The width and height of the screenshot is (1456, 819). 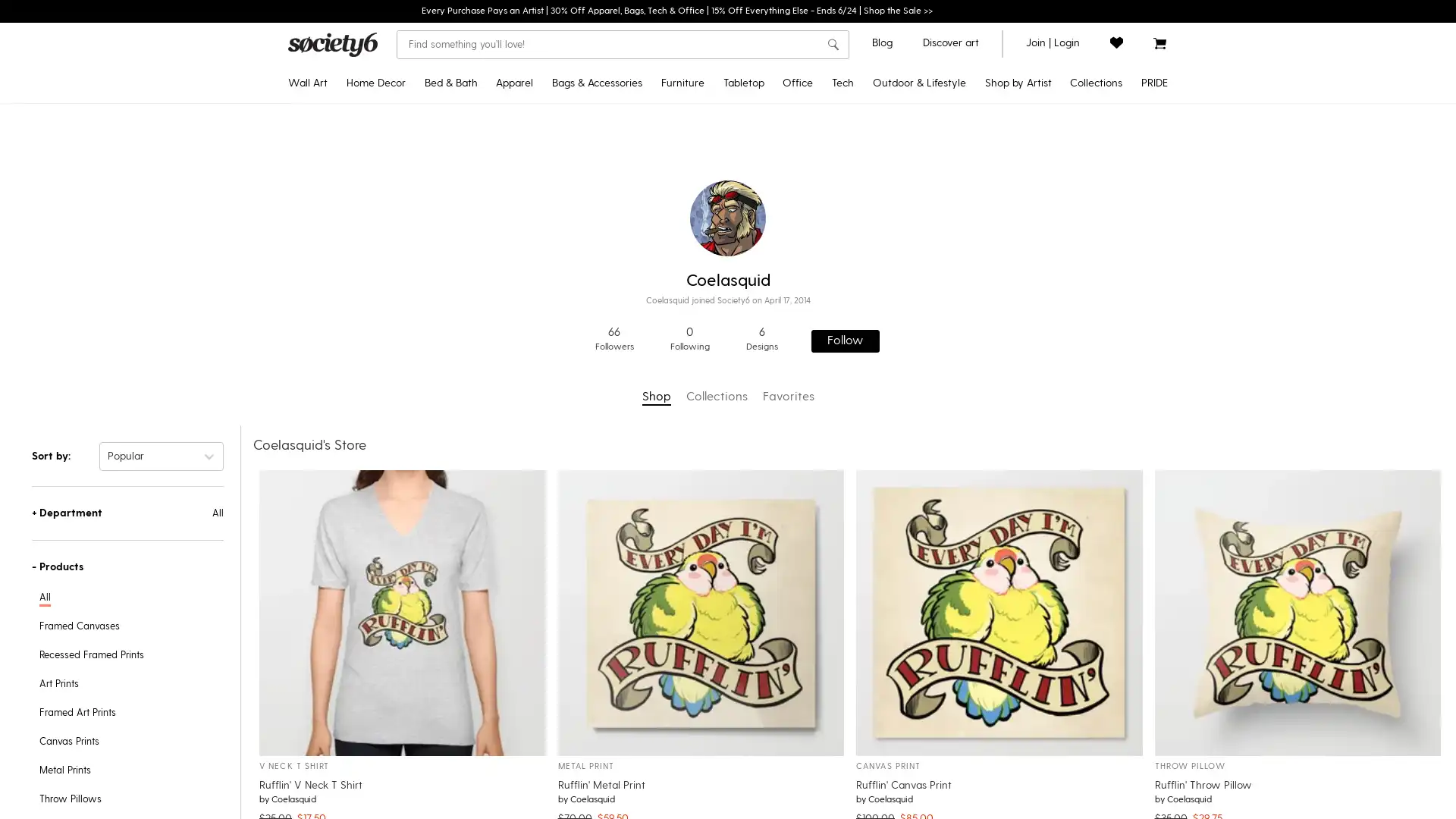 What do you see at coordinates (483, 146) in the screenshot?
I see `Duvet Covers` at bounding box center [483, 146].